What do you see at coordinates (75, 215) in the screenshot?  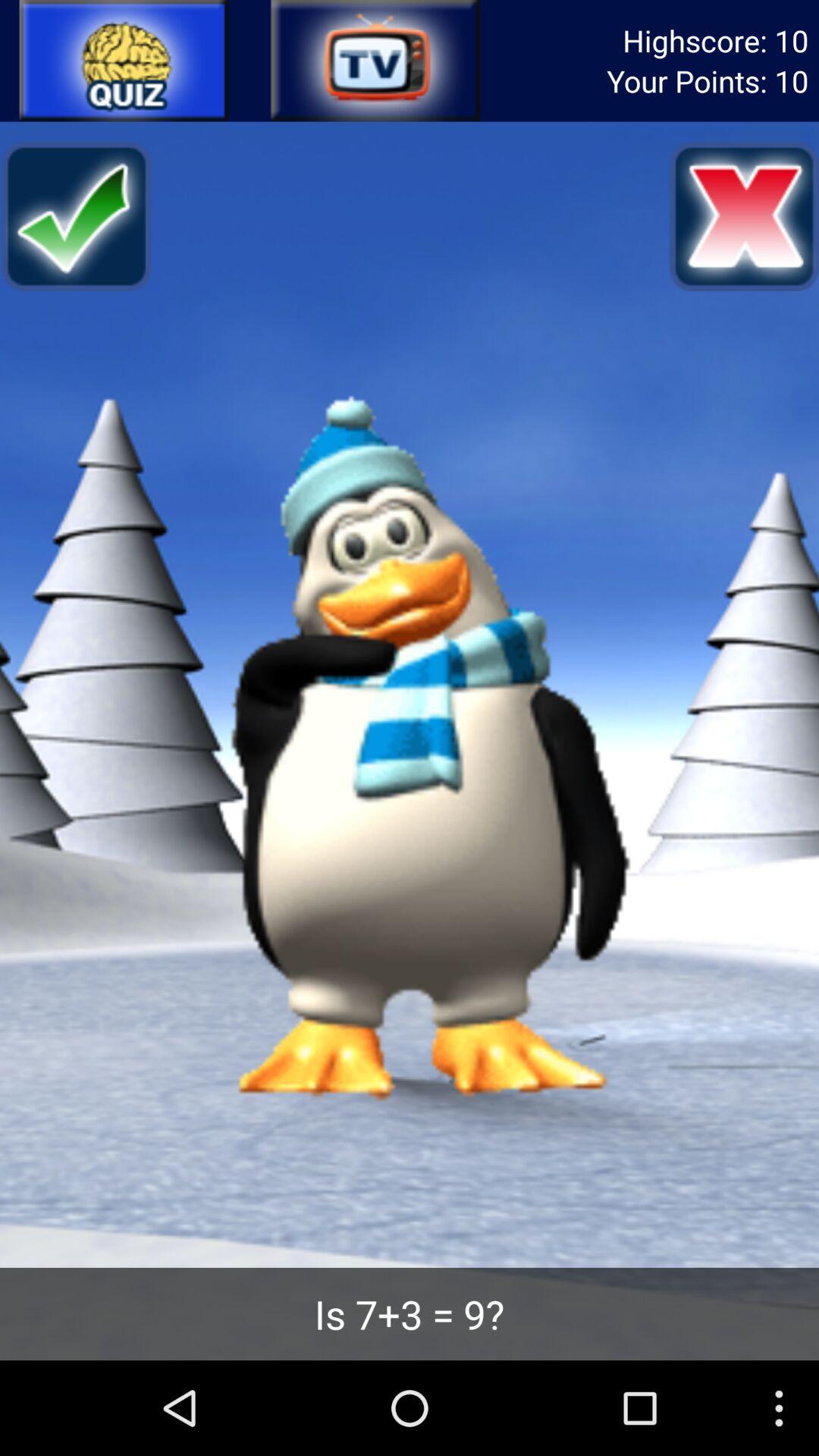 I see `check button` at bounding box center [75, 215].